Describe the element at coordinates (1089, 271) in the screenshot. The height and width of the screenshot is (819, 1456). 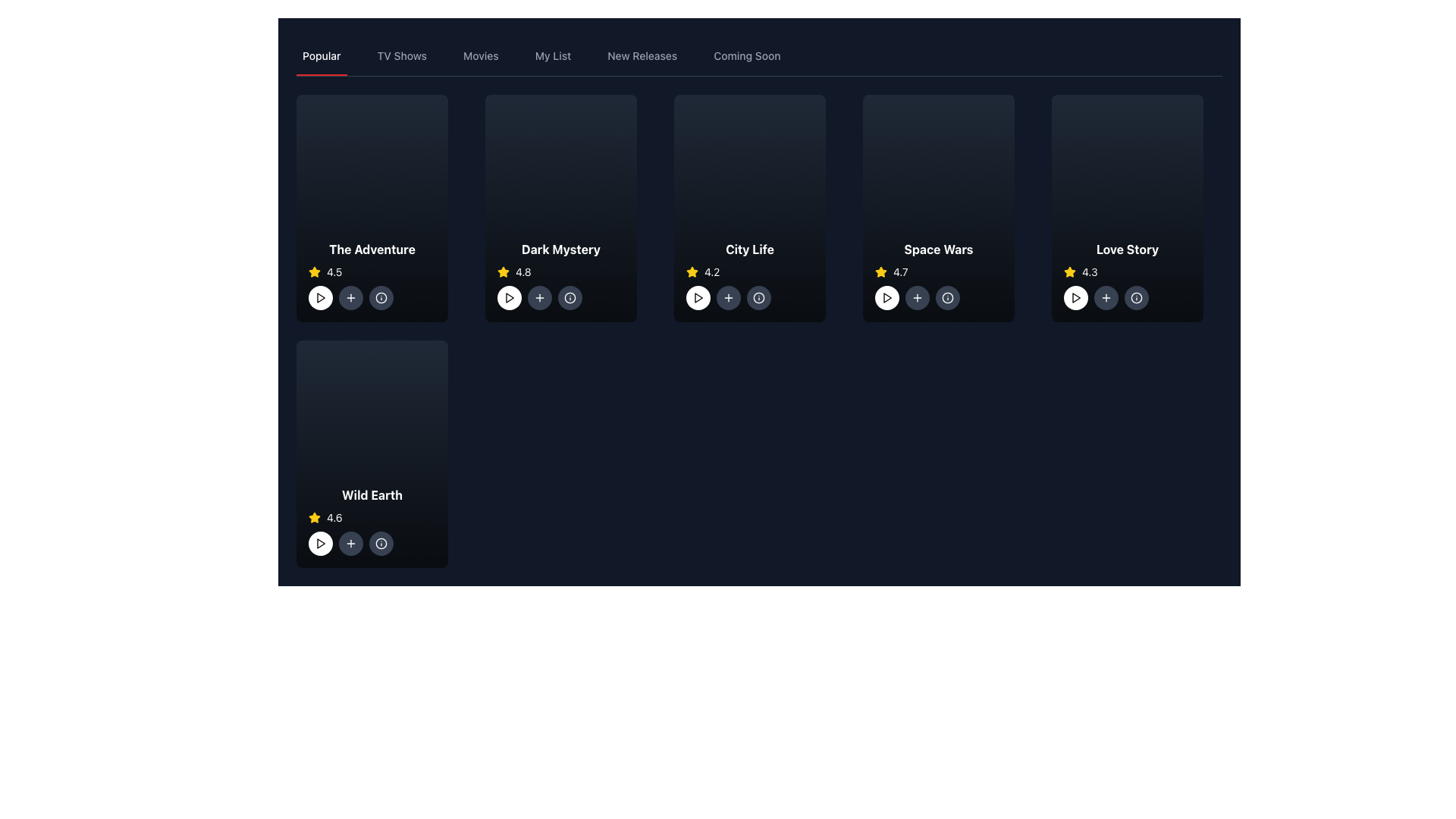
I see `the static text displaying the rating '4.3' located within the 'Love Story' card, positioned to the right of the yellow star icon` at that location.